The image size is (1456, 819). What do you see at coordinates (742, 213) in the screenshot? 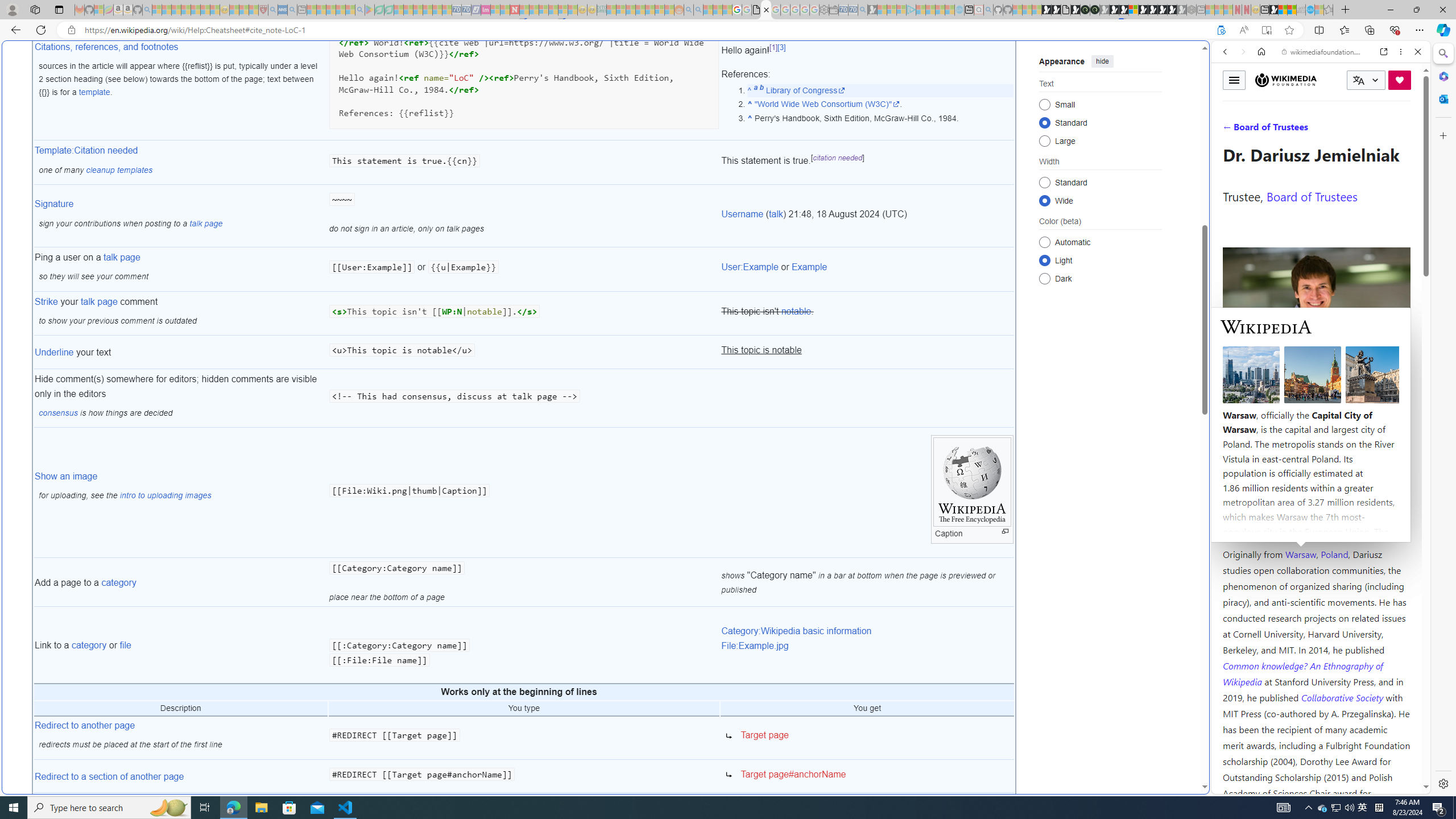
I see `'Username'` at bounding box center [742, 213].